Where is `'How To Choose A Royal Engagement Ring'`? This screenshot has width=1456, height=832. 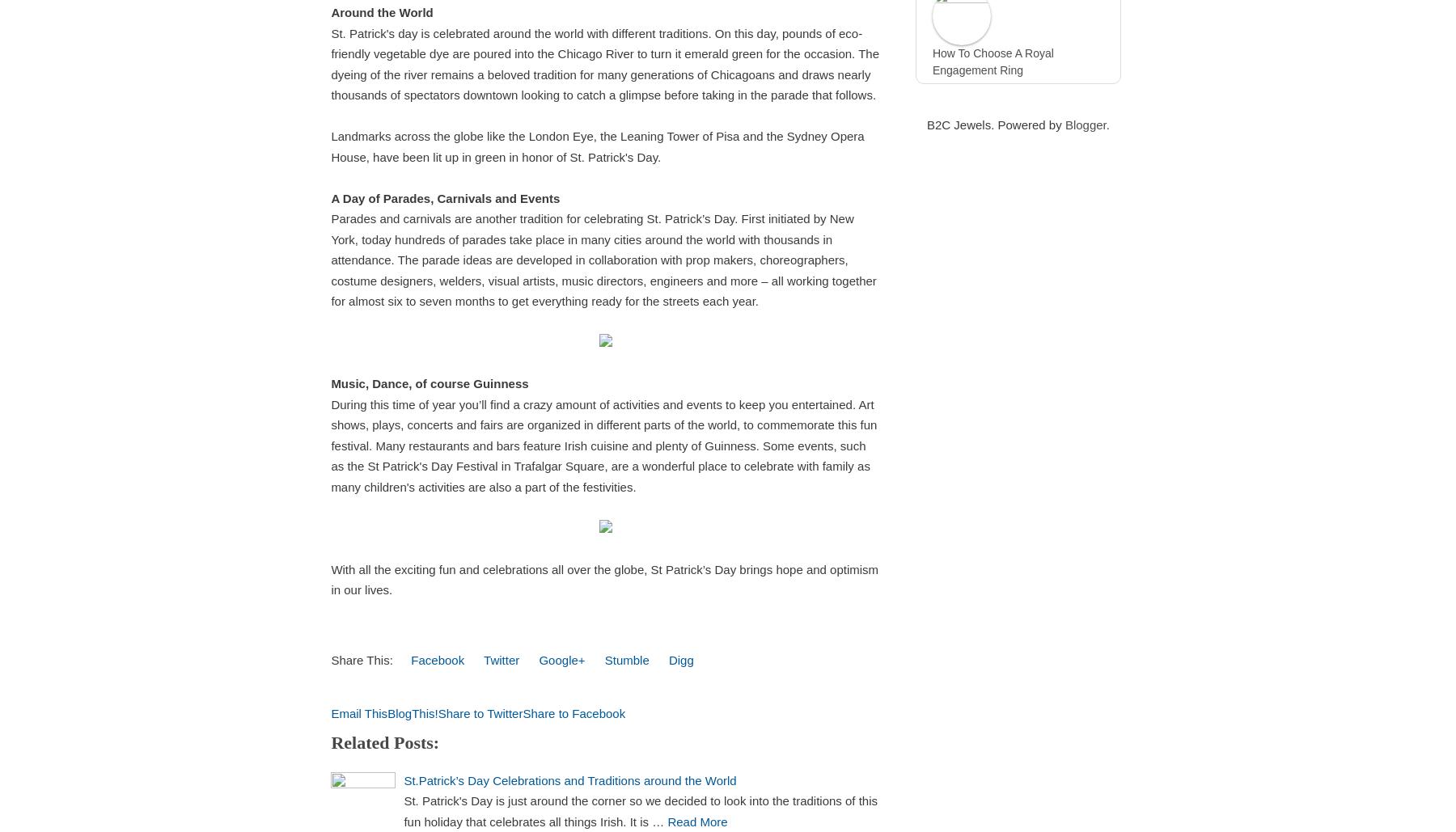 'How To Choose A Royal Engagement Ring' is located at coordinates (931, 61).